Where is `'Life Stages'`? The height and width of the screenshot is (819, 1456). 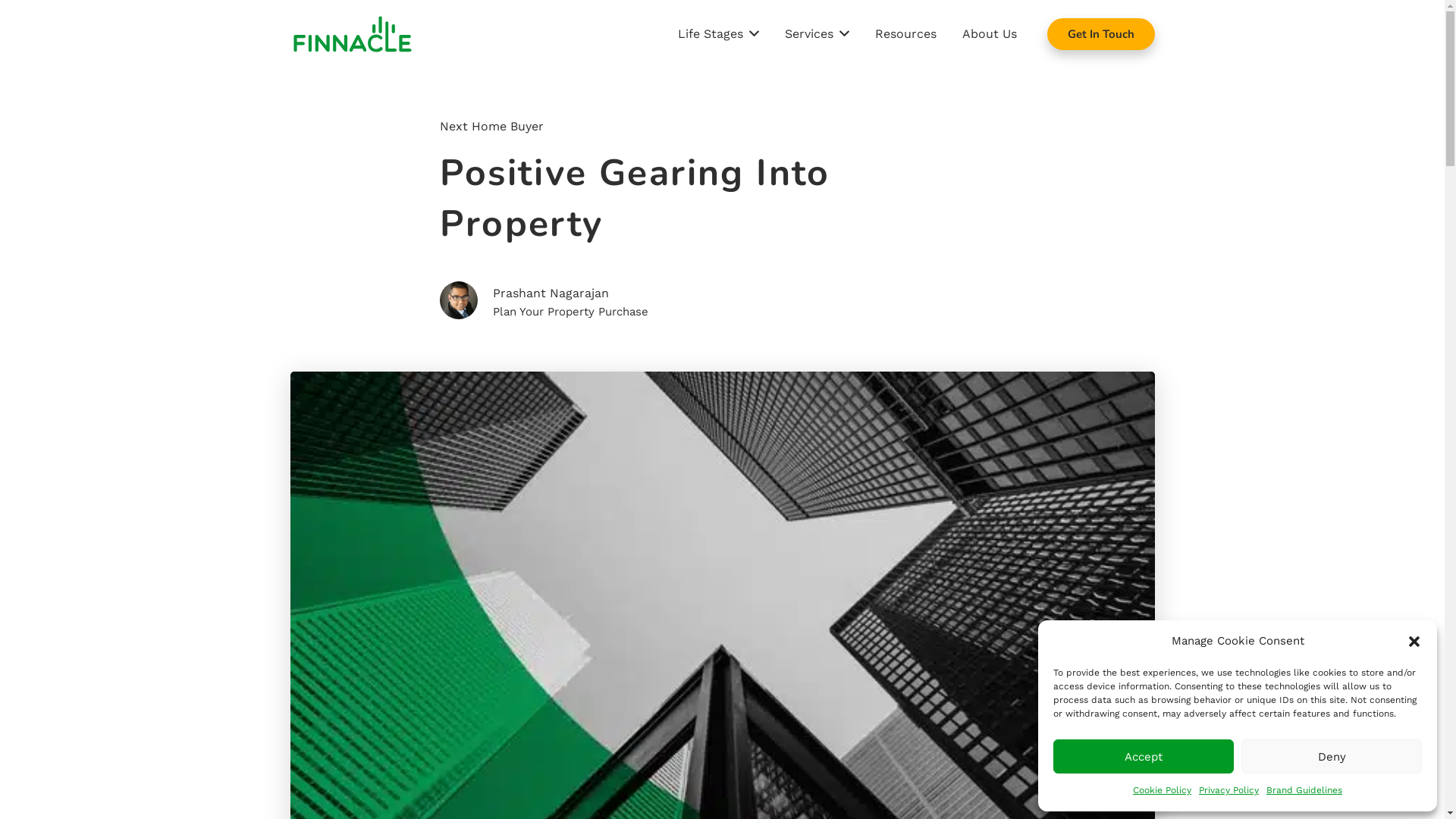 'Life Stages' is located at coordinates (664, 34).